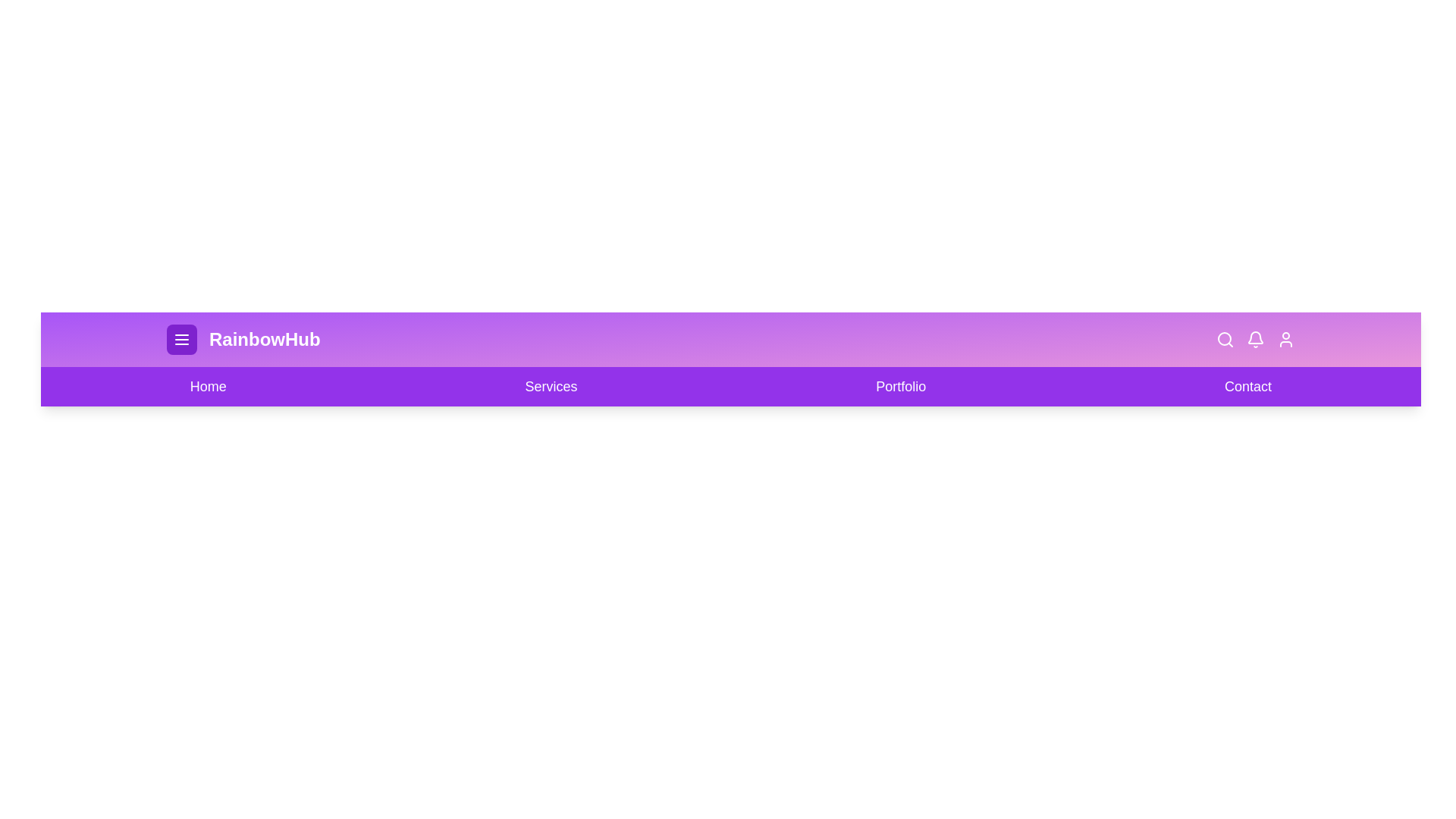  I want to click on the Search icon in the app bar, so click(1225, 338).